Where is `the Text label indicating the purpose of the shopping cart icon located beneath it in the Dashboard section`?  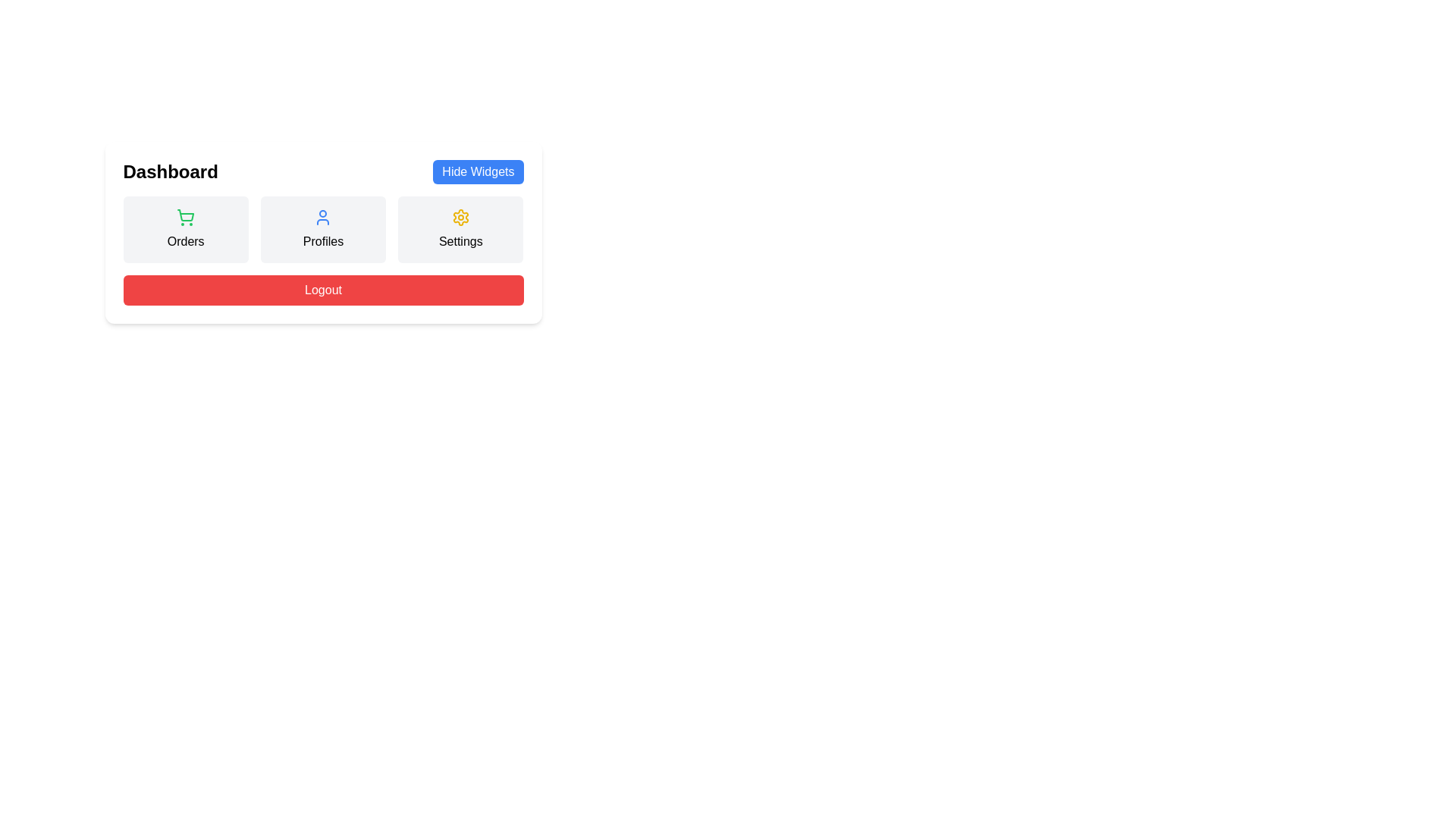
the Text label indicating the purpose of the shopping cart icon located beneath it in the Dashboard section is located at coordinates (185, 241).